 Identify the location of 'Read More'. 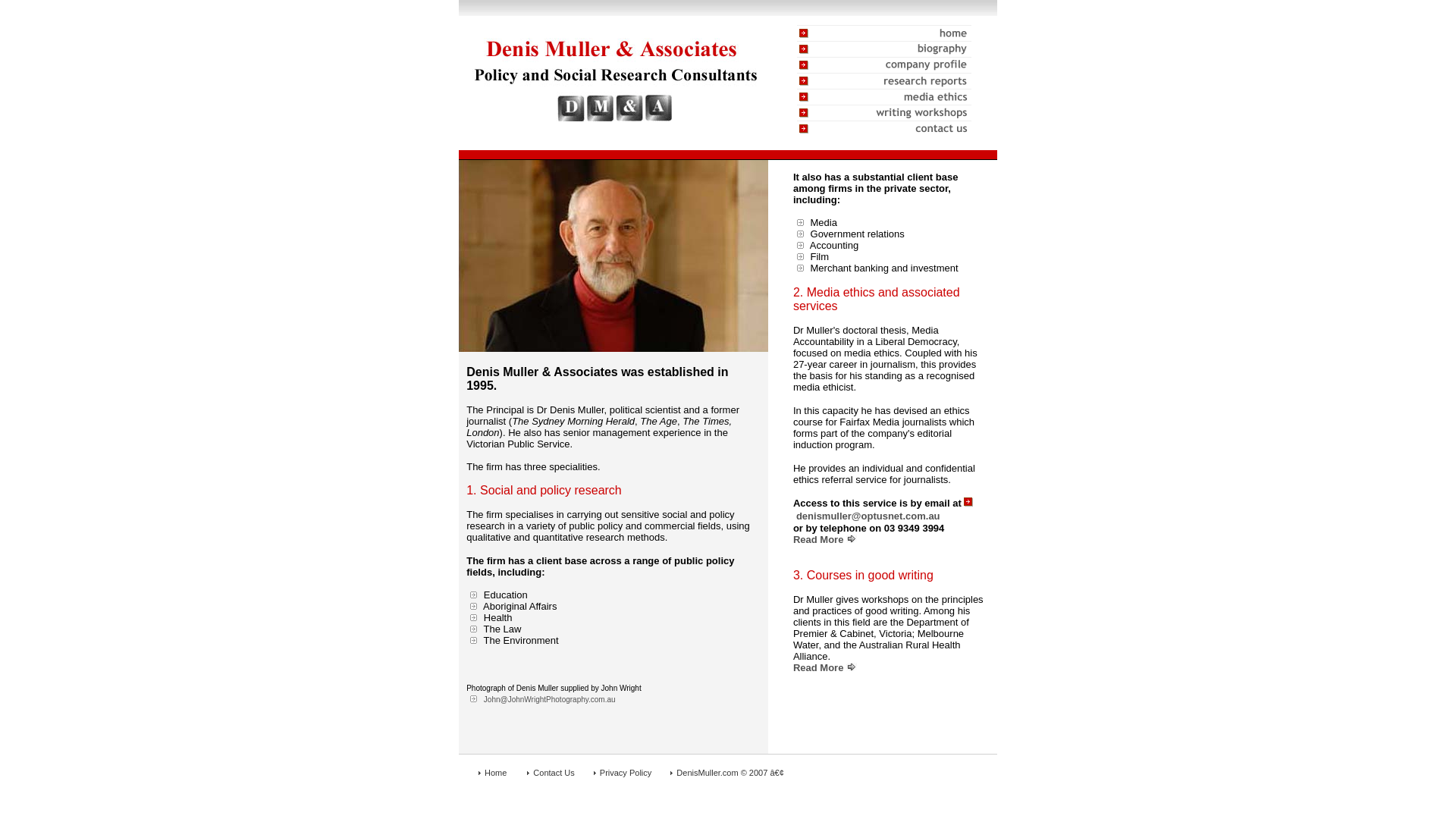
(817, 539).